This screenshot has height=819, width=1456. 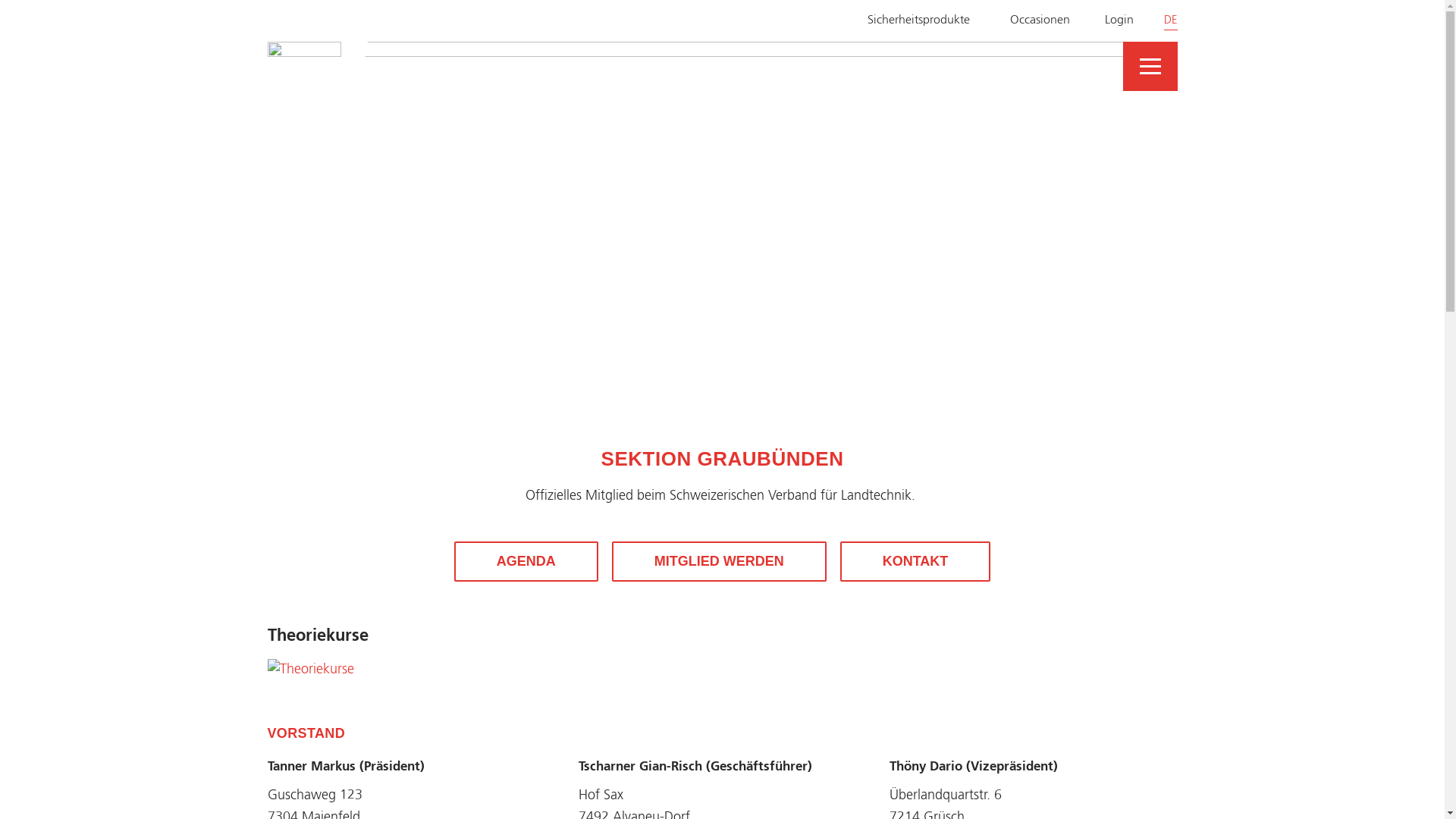 What do you see at coordinates (1109, 20) in the screenshot?
I see `'Login'` at bounding box center [1109, 20].